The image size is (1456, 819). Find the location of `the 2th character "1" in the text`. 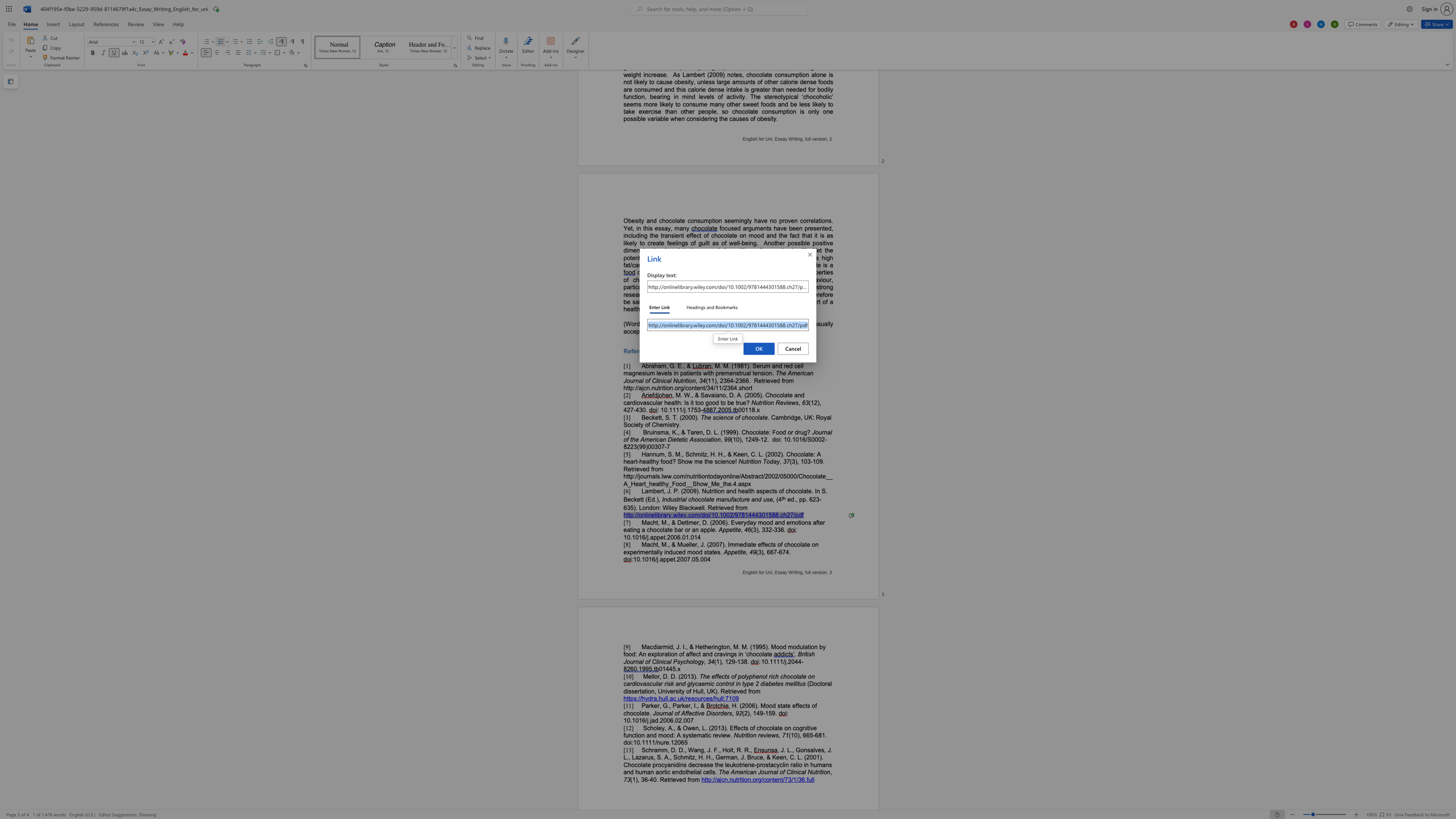

the 2th character "1" in the text is located at coordinates (726, 661).